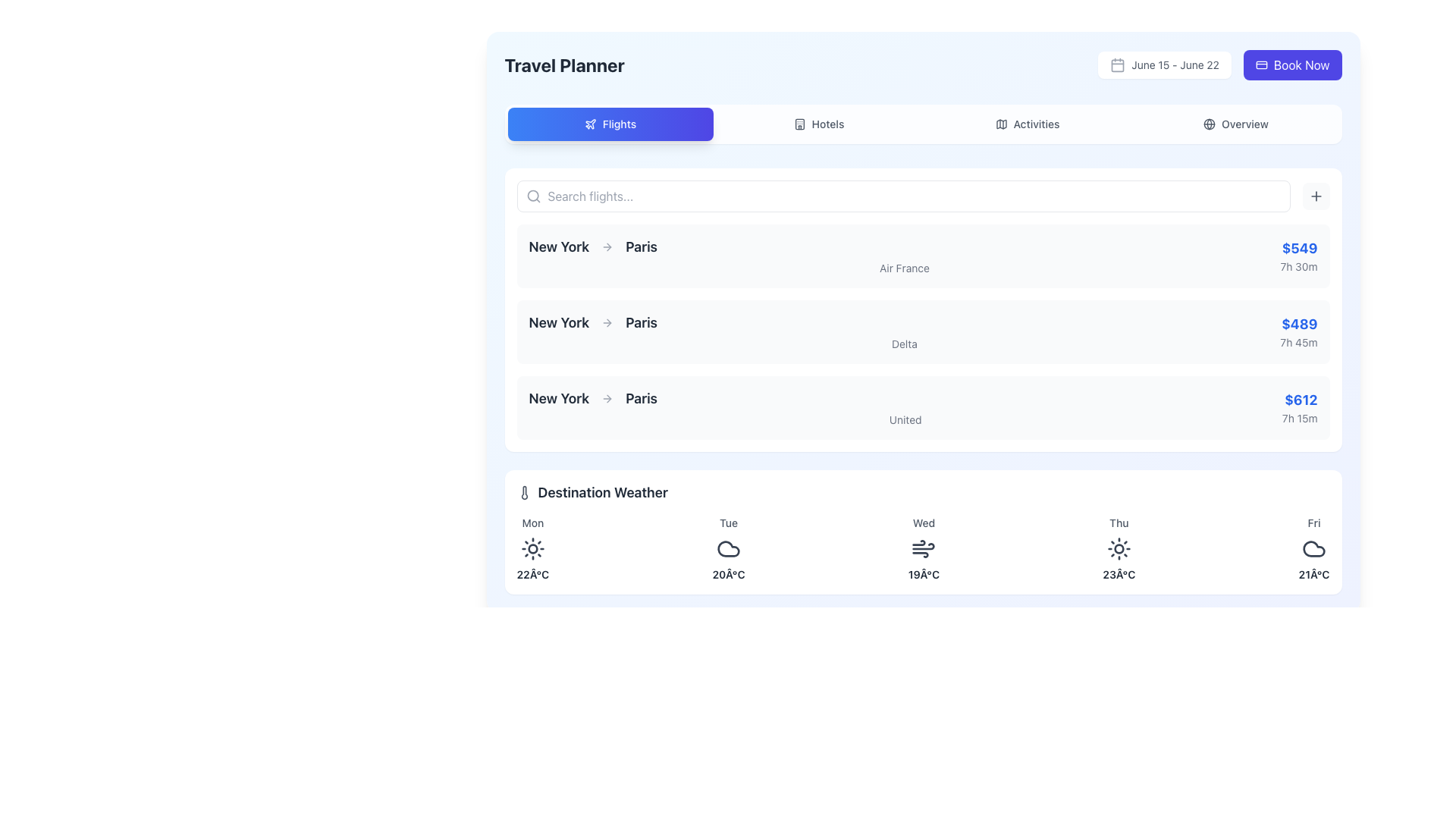  I want to click on the 'Flights' icon located at the beginning of the 'Flights' text label in the navigation bar, so click(589, 123).